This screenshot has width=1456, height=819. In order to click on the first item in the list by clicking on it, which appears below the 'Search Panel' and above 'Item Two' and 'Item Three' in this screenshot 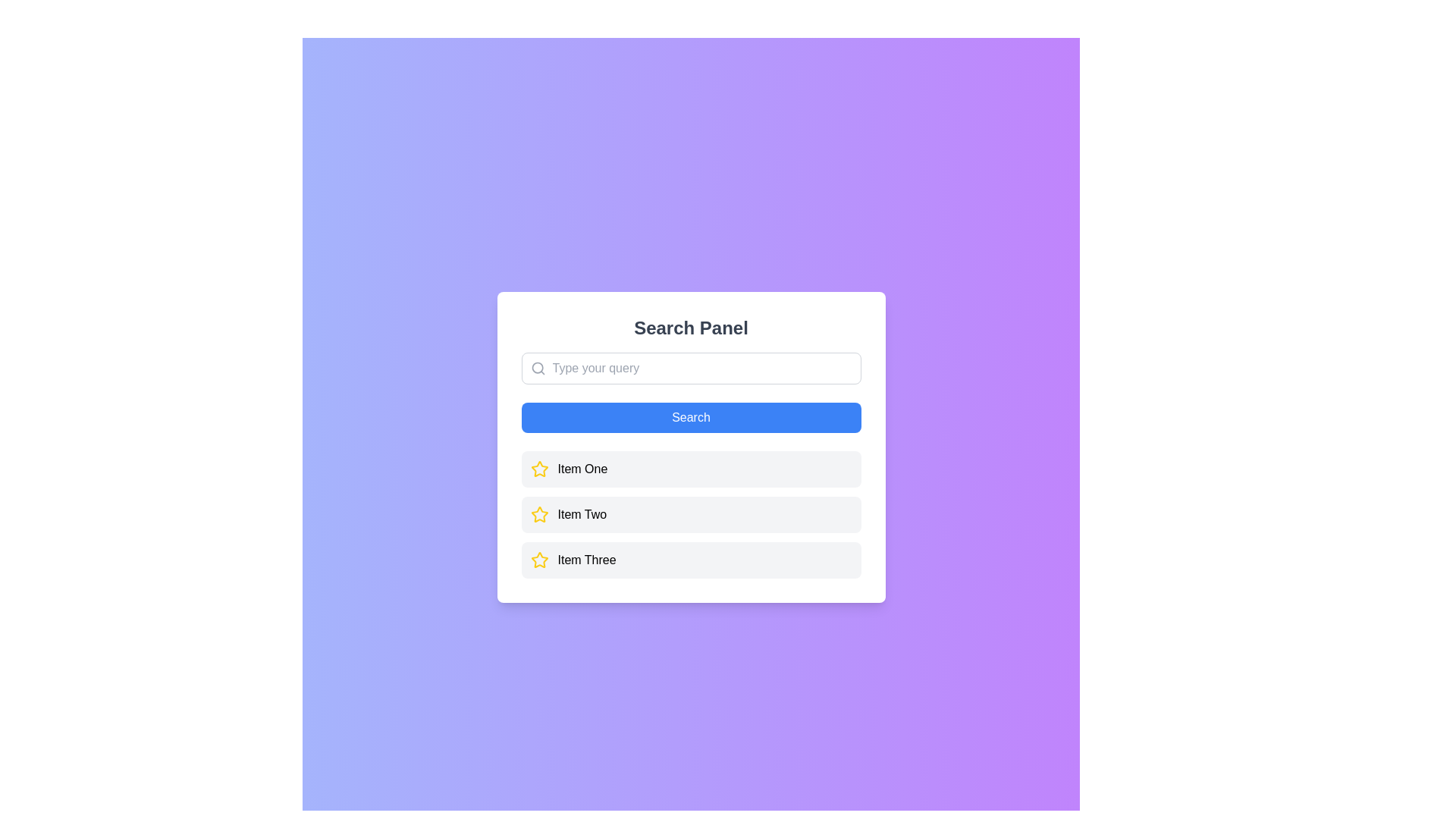, I will do `click(690, 468)`.